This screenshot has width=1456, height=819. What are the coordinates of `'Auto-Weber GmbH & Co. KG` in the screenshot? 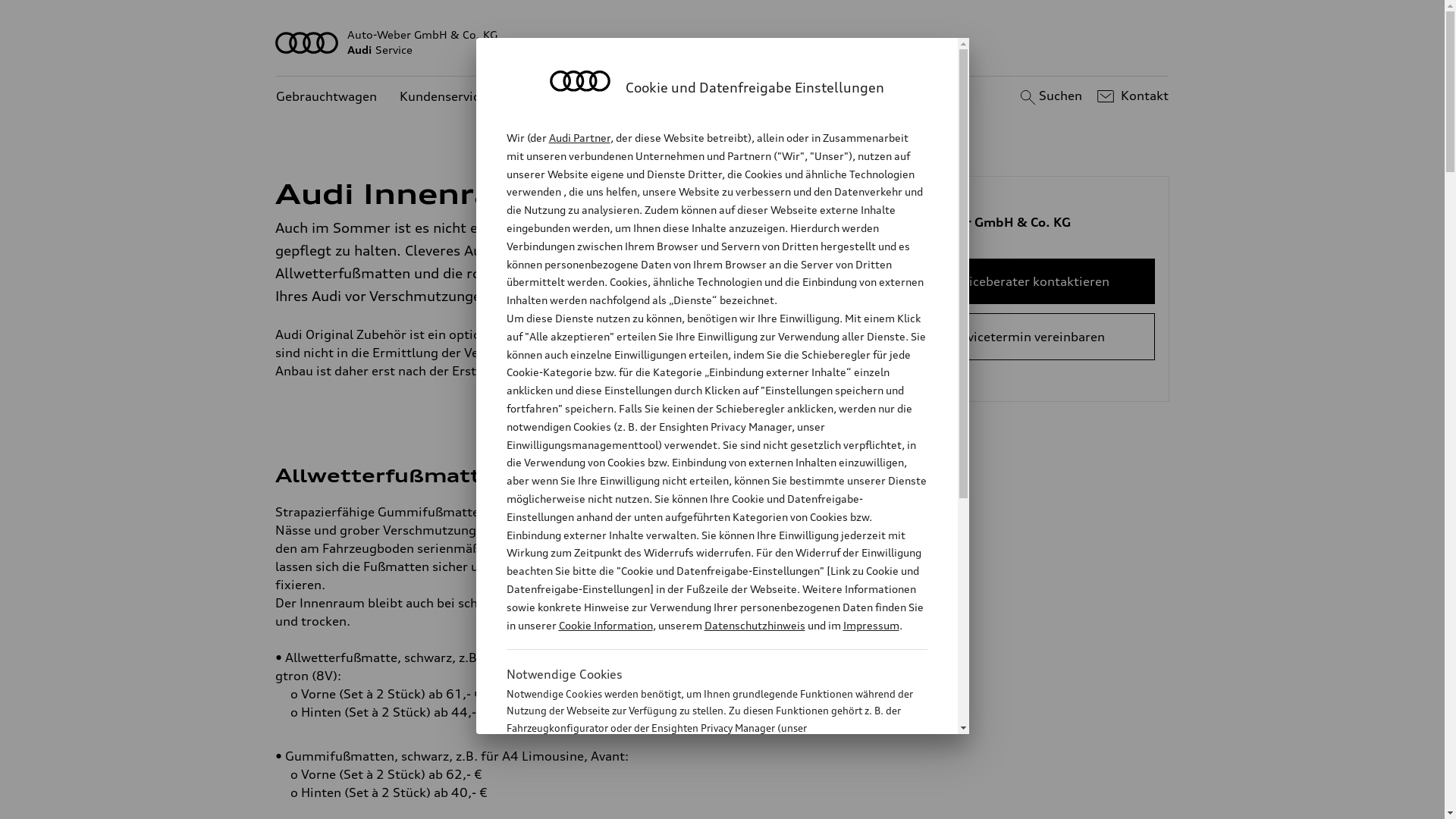 It's located at (722, 42).